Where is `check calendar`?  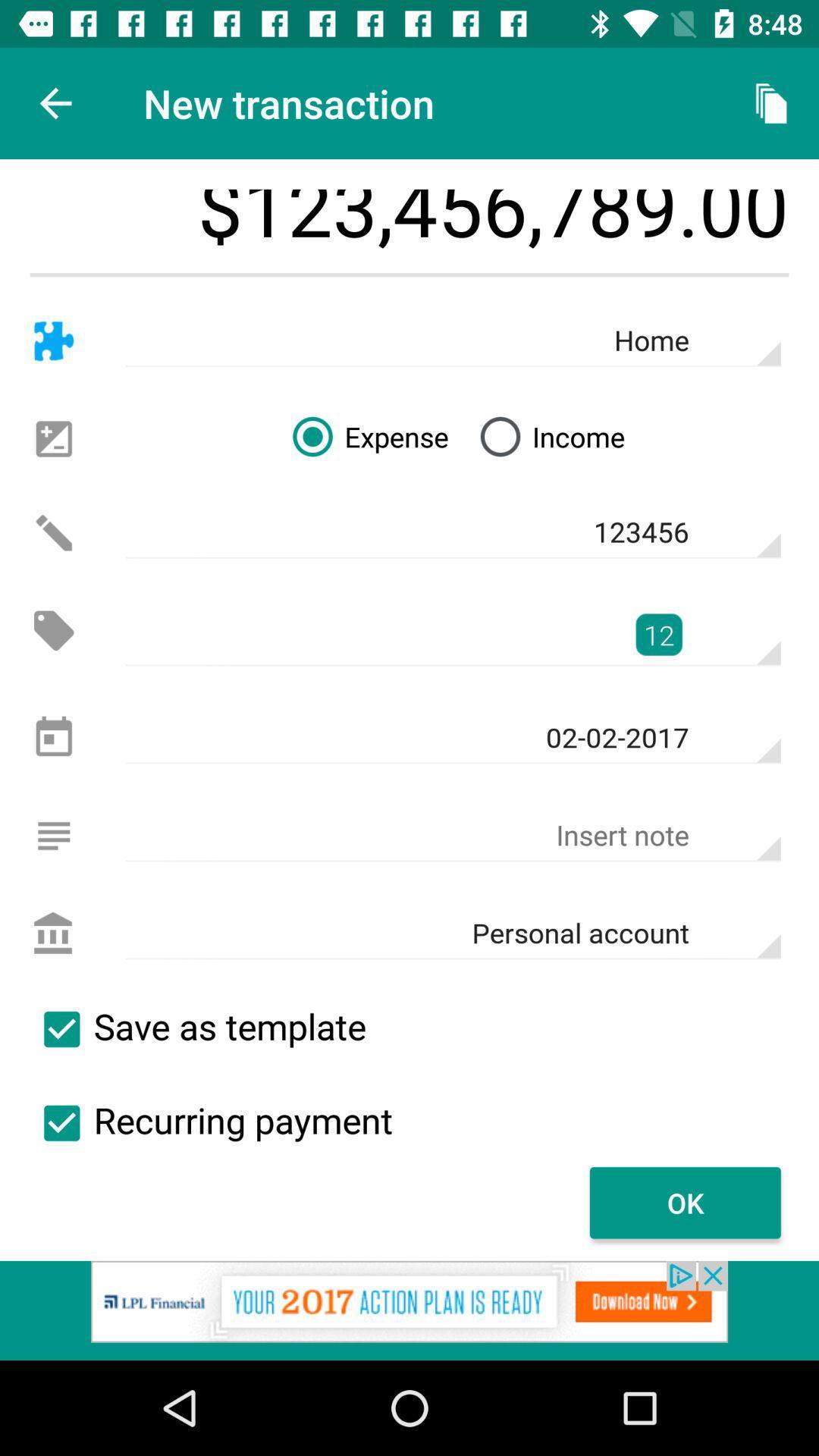
check calendar is located at coordinates (53, 738).